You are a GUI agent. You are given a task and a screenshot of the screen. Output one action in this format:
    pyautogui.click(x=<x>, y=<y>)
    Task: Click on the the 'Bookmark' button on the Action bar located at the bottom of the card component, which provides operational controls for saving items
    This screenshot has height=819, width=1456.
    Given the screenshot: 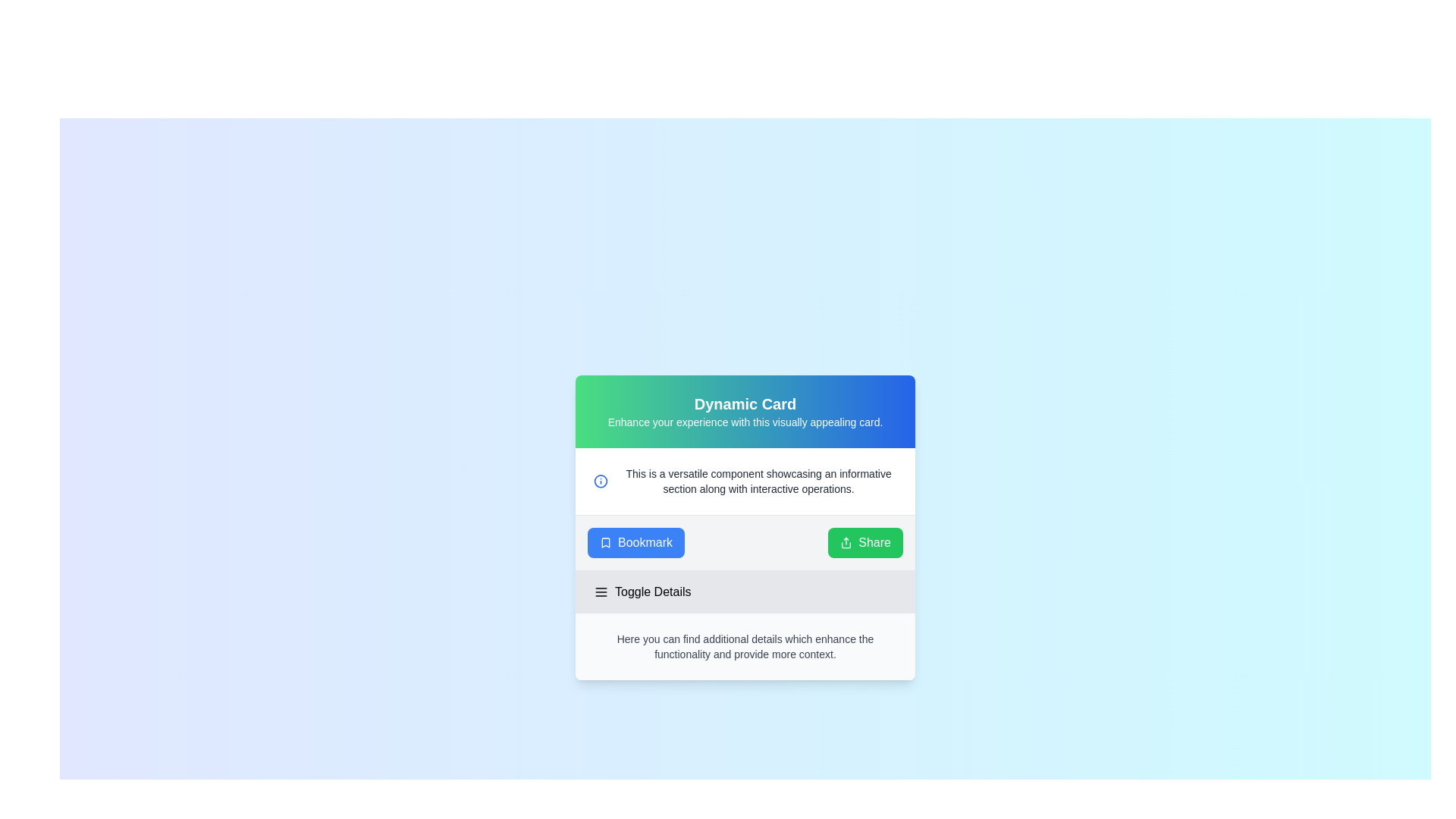 What is the action you would take?
    pyautogui.click(x=745, y=541)
    